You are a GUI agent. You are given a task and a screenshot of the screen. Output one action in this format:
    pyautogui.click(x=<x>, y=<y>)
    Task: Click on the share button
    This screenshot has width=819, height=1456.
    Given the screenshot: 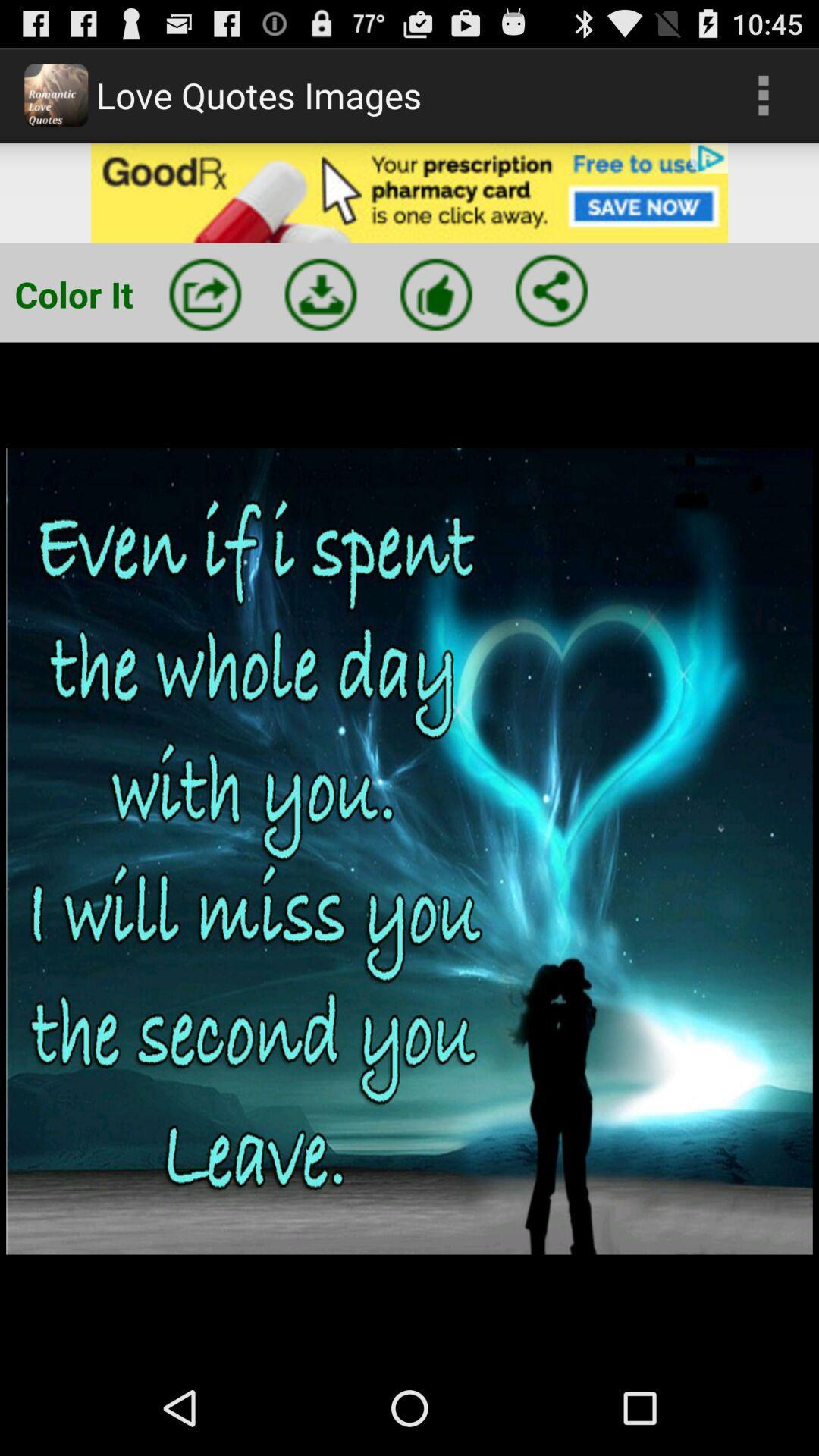 What is the action you would take?
    pyautogui.click(x=205, y=294)
    